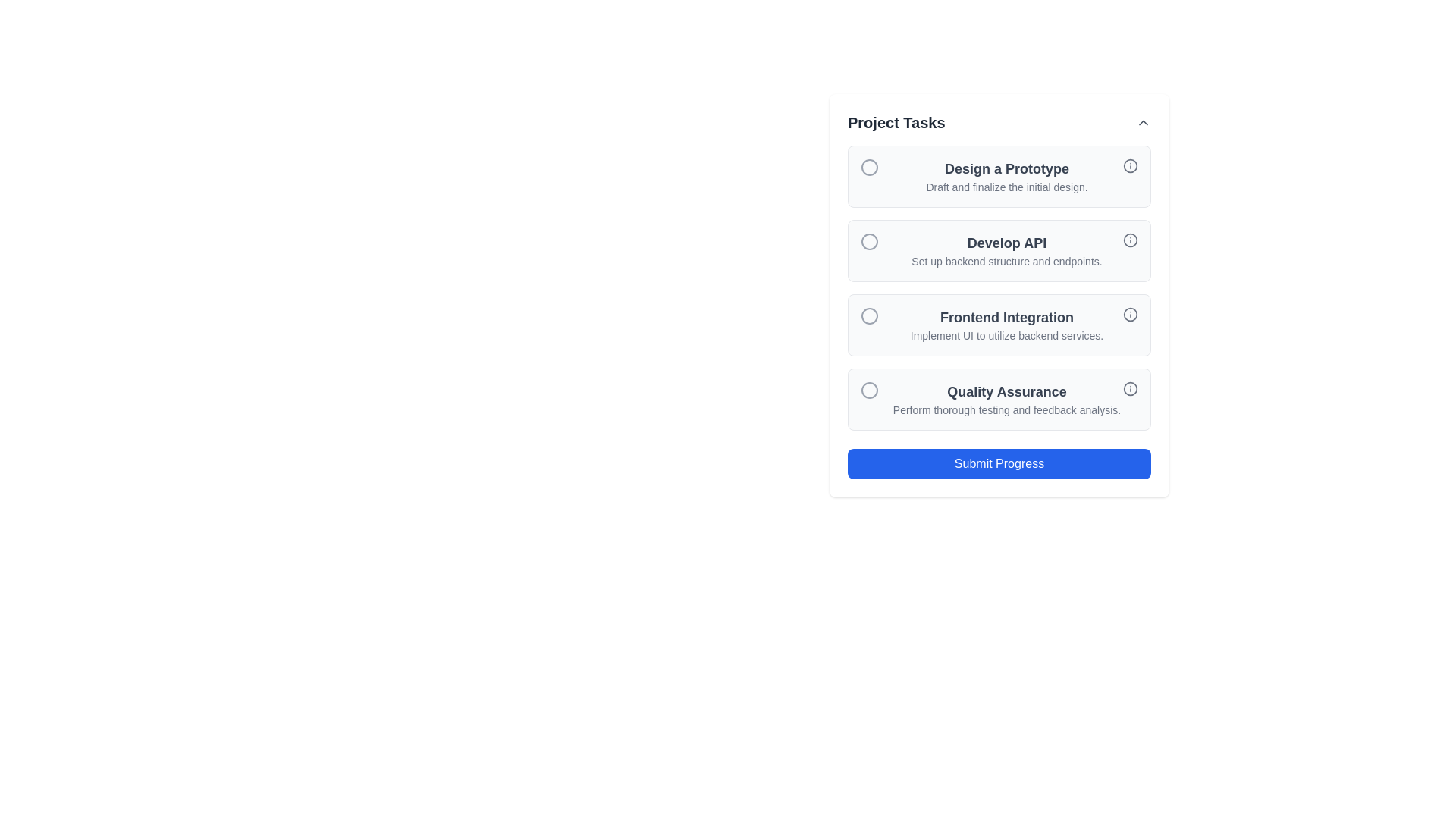 The width and height of the screenshot is (1456, 819). What do you see at coordinates (1131, 166) in the screenshot?
I see `the informational indicator icon located on the far right of the 'Design a Prototype' task section` at bounding box center [1131, 166].